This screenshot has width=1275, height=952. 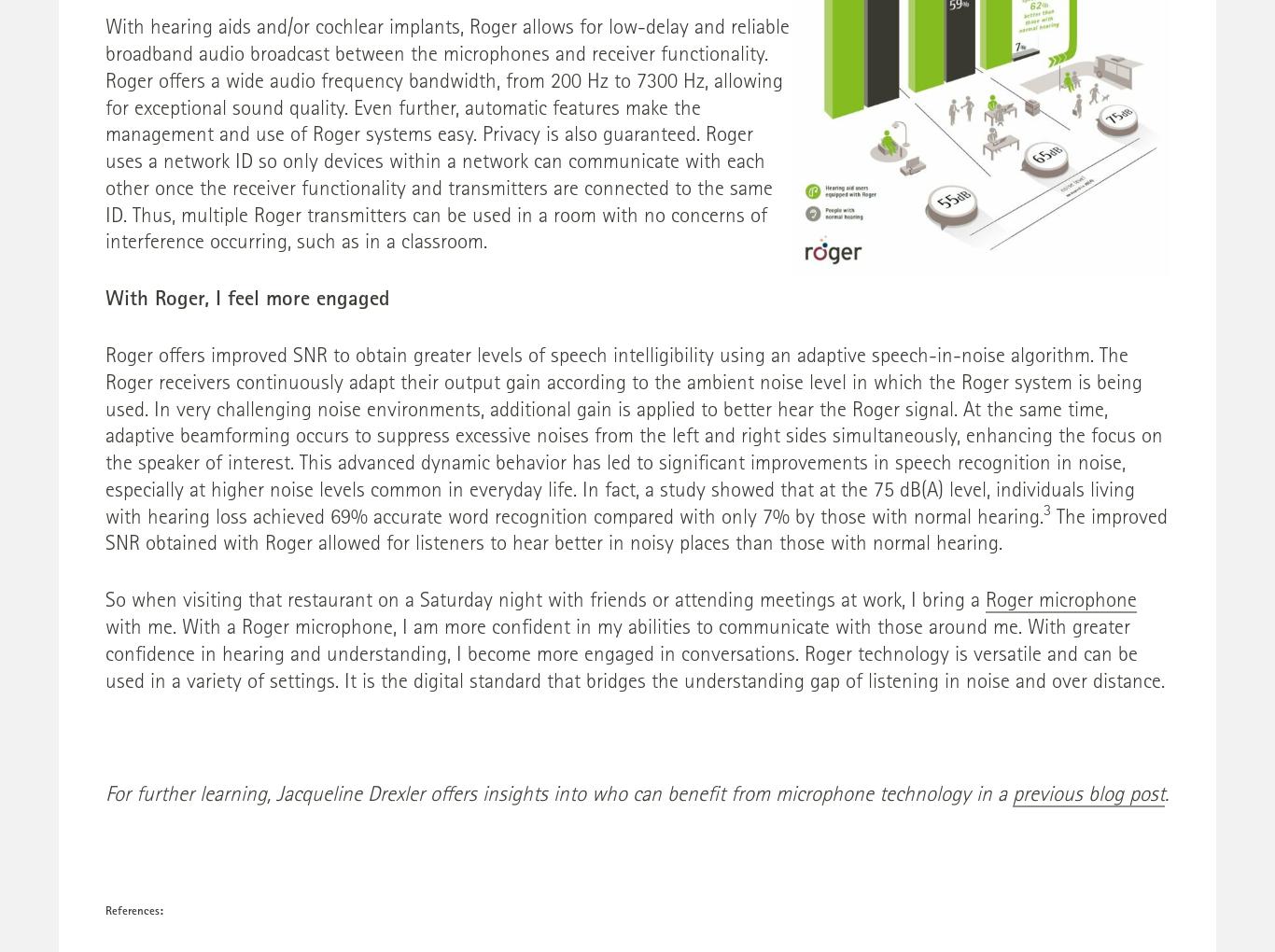 I want to click on 'For further learning, Jacqueline Drexler offers insights into who can benefit from microphone technology in a', so click(x=557, y=795).